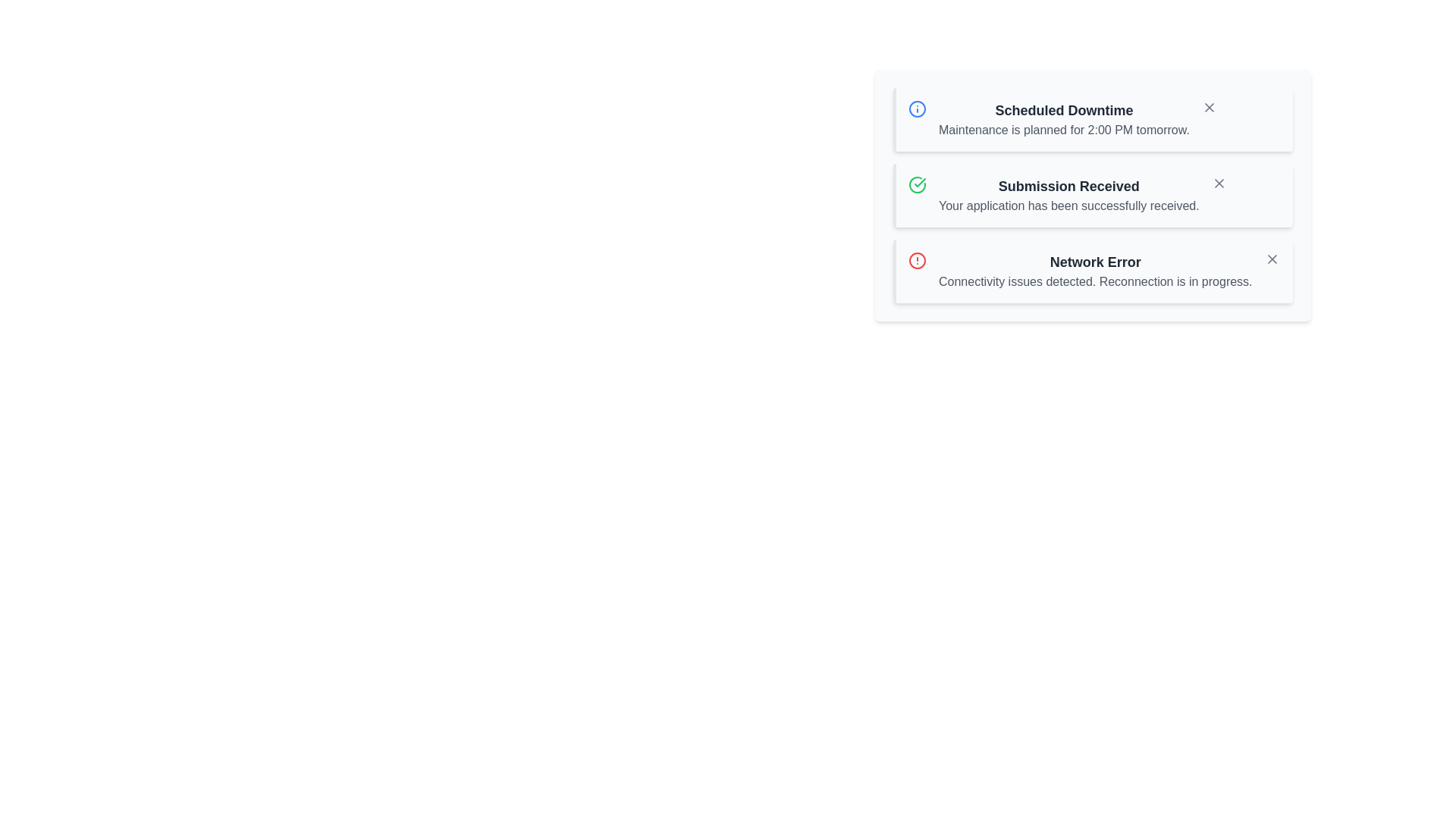  What do you see at coordinates (916, 184) in the screenshot?
I see `the green circular check mark icon located to the left of the 'Submission Received' text in the notification block` at bounding box center [916, 184].